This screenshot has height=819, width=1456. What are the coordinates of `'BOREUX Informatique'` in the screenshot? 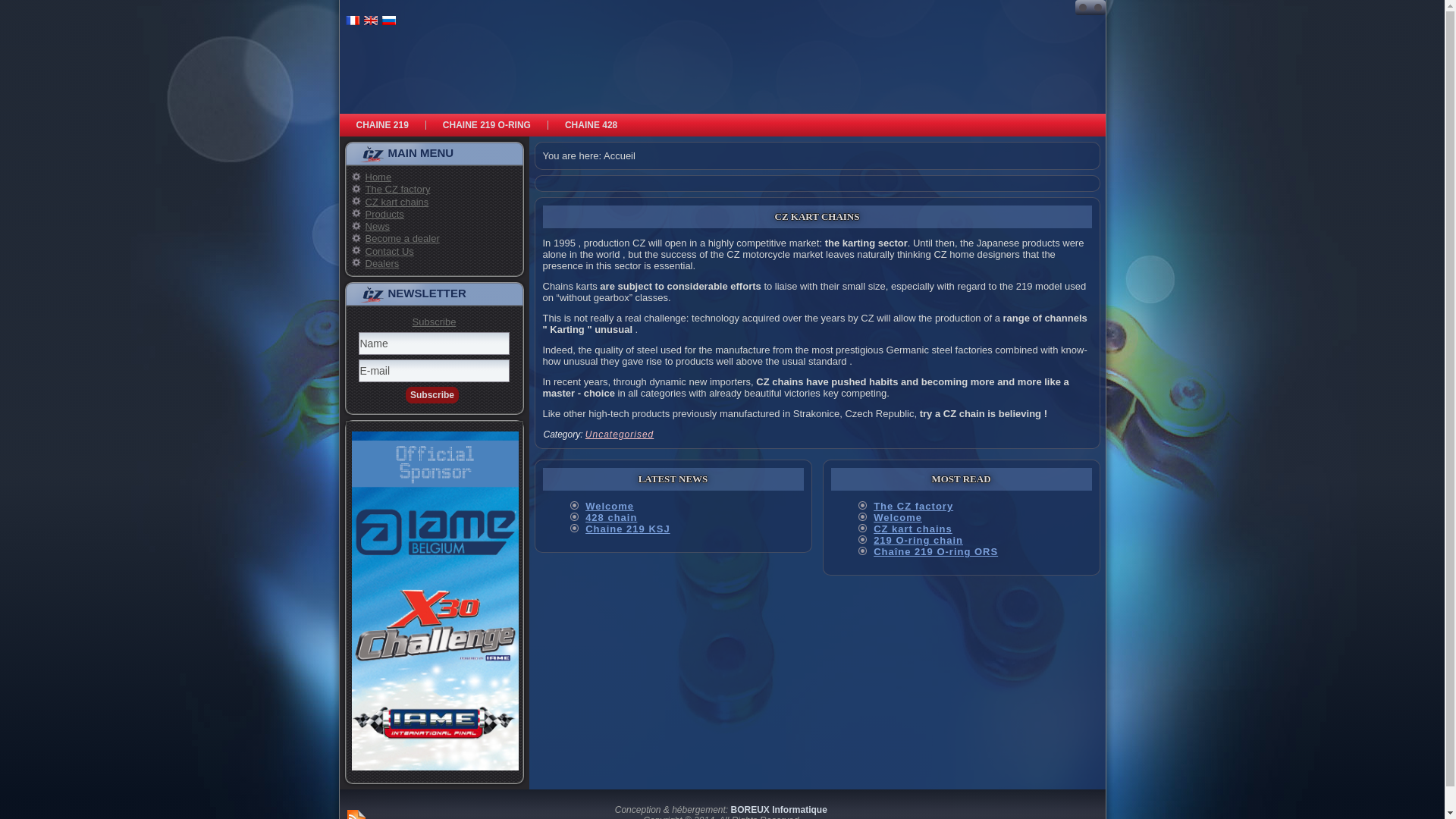 It's located at (779, 809).